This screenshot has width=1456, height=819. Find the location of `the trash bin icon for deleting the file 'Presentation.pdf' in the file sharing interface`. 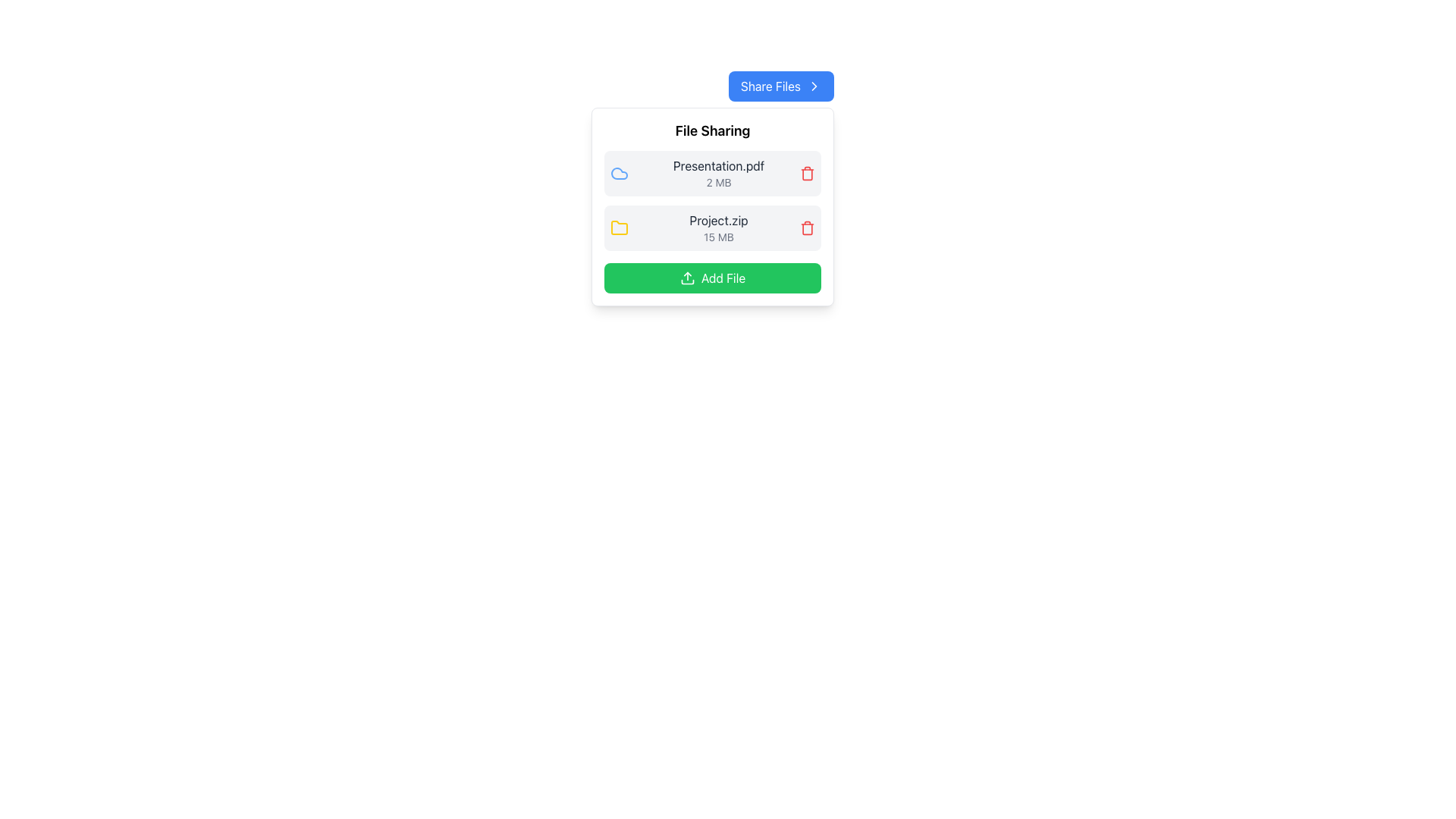

the trash bin icon for deleting the file 'Presentation.pdf' in the file sharing interface is located at coordinates (807, 172).